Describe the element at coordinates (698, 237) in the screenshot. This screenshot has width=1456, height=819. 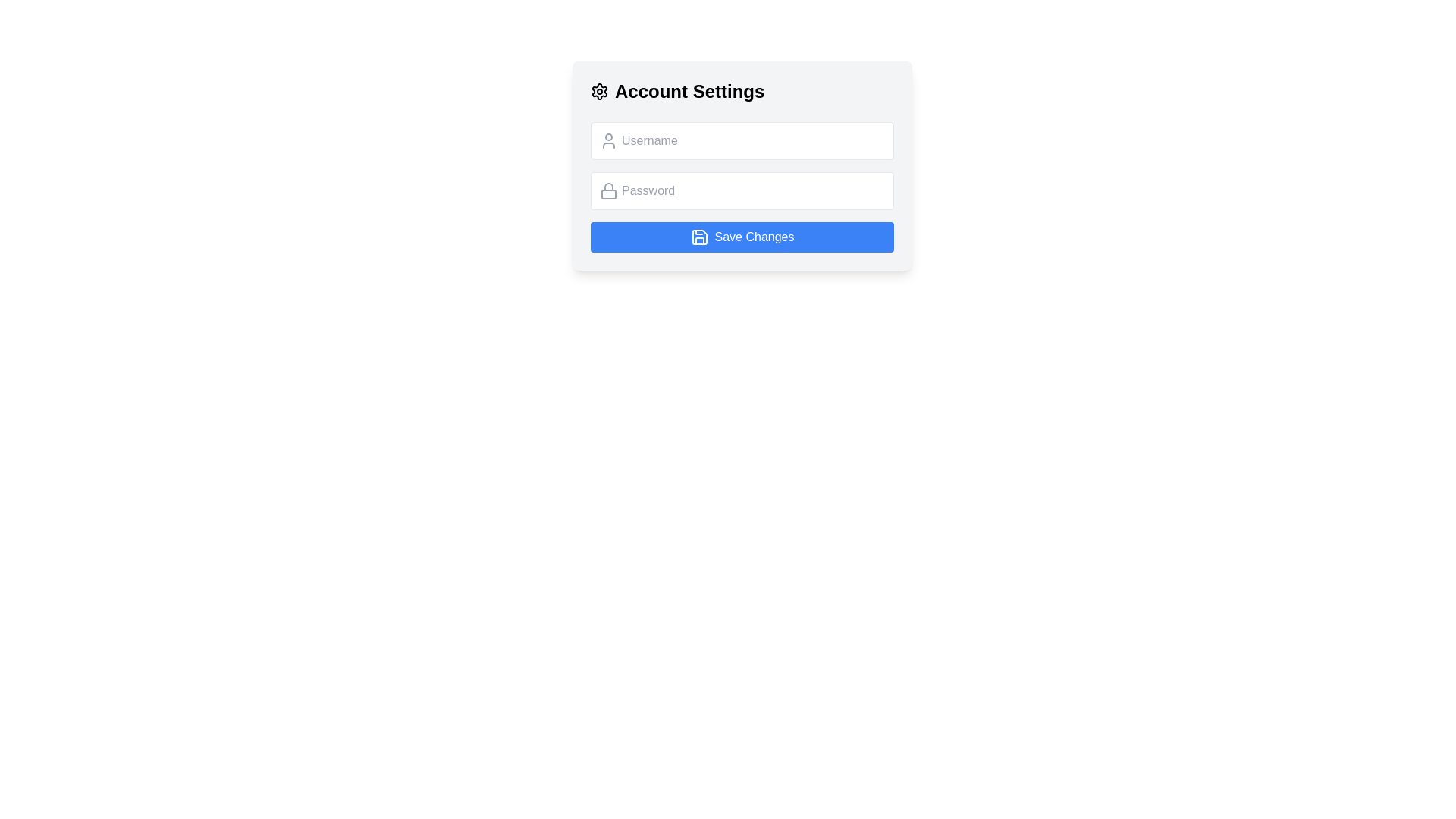
I see `the save action icon located to the left of the 'Save Changes' button, which is aligned at the start of its text` at that location.